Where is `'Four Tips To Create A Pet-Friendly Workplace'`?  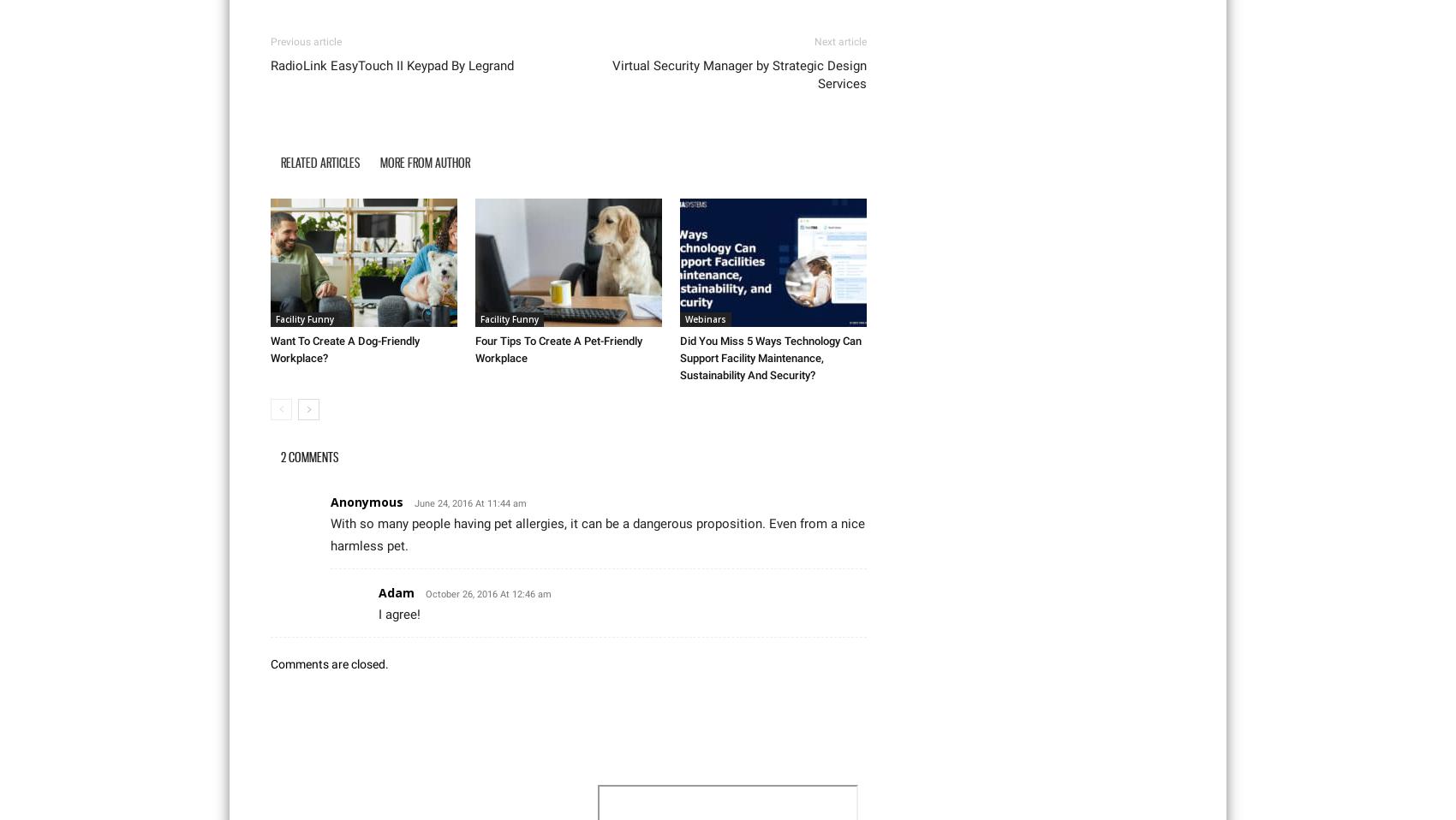 'Four Tips To Create A Pet-Friendly Workplace' is located at coordinates (558, 348).